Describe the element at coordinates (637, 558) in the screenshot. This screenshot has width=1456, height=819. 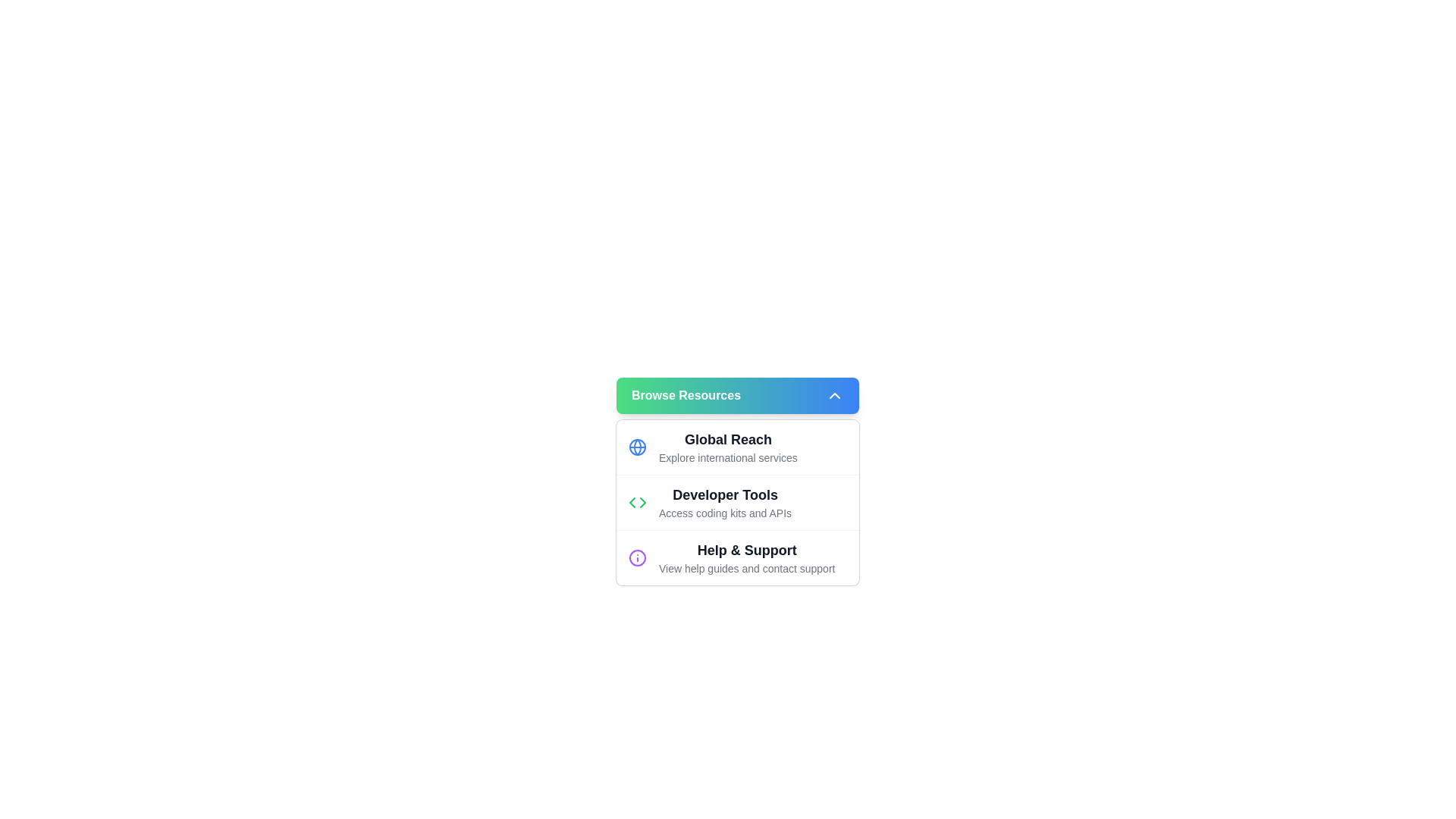
I see `the circular icon with a purple outlined ring located in the 'Help & Support' section, which is to the left of the title text 'Help & Support'` at that location.